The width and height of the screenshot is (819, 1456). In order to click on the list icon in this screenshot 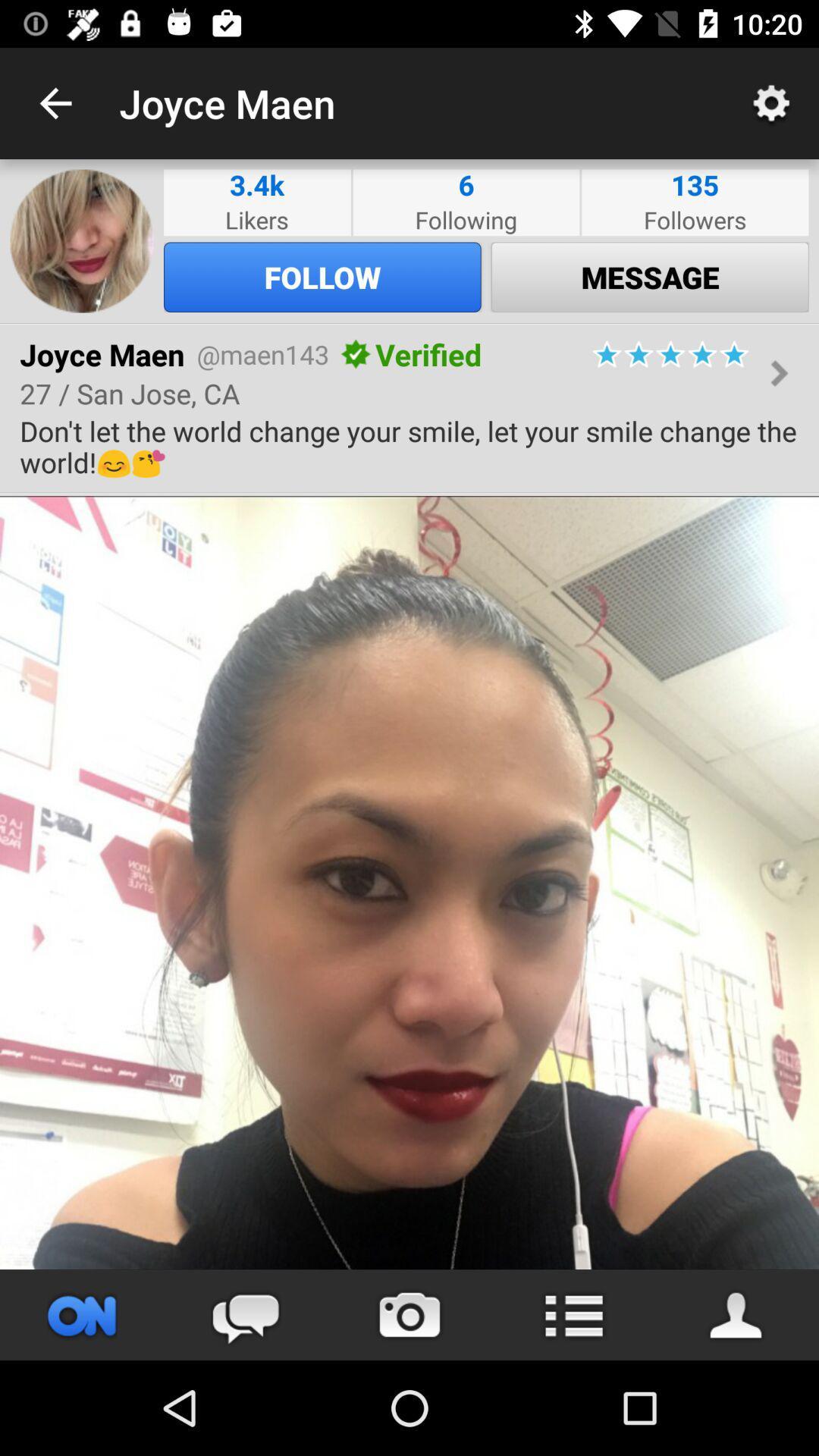, I will do `click(573, 1314)`.